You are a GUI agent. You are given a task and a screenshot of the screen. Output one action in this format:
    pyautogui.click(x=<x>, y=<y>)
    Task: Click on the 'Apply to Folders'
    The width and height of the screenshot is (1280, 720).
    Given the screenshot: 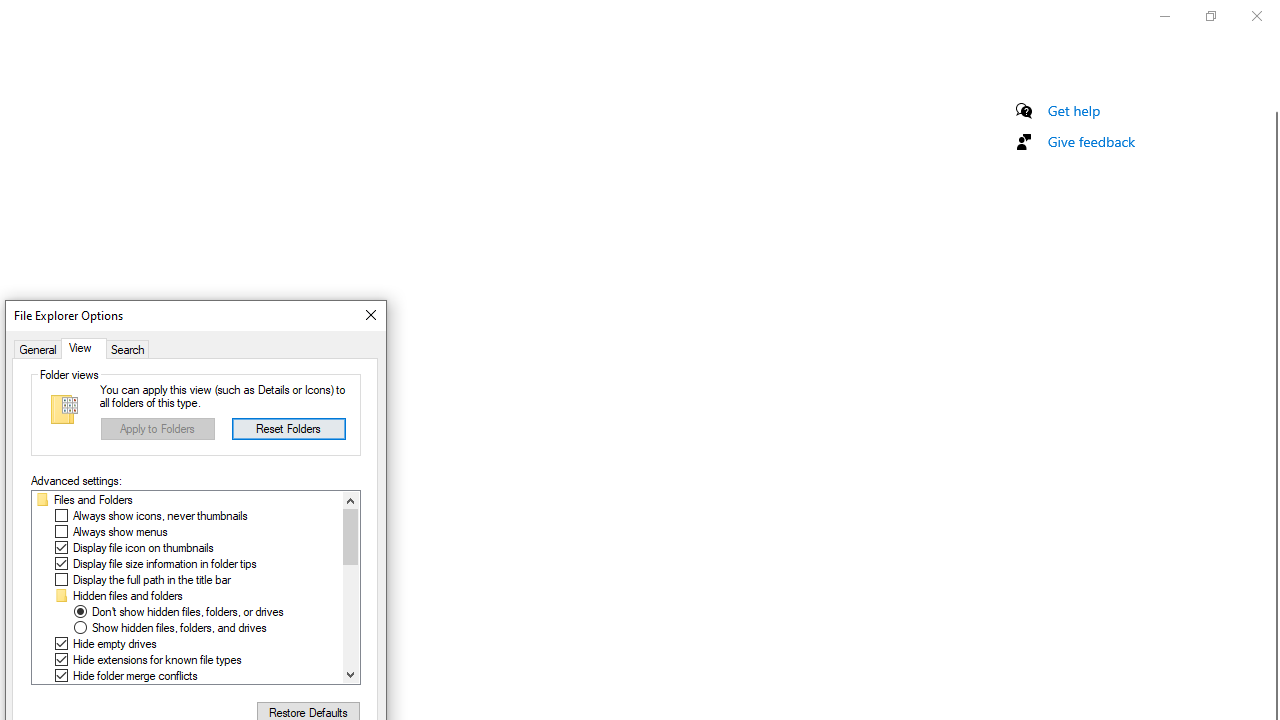 What is the action you would take?
    pyautogui.click(x=157, y=427)
    